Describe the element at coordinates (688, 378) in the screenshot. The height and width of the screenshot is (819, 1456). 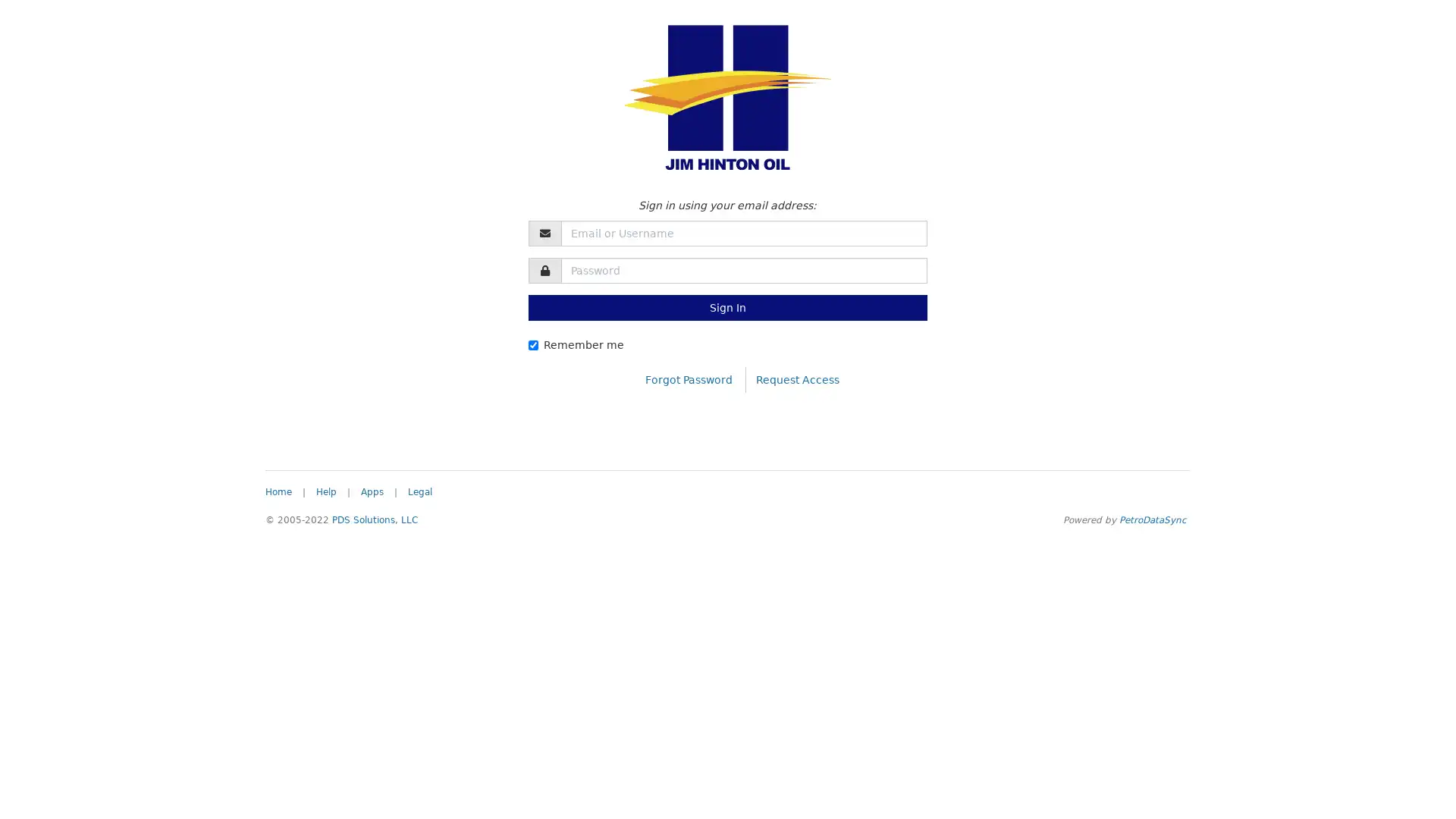
I see `Forgot Password` at that location.